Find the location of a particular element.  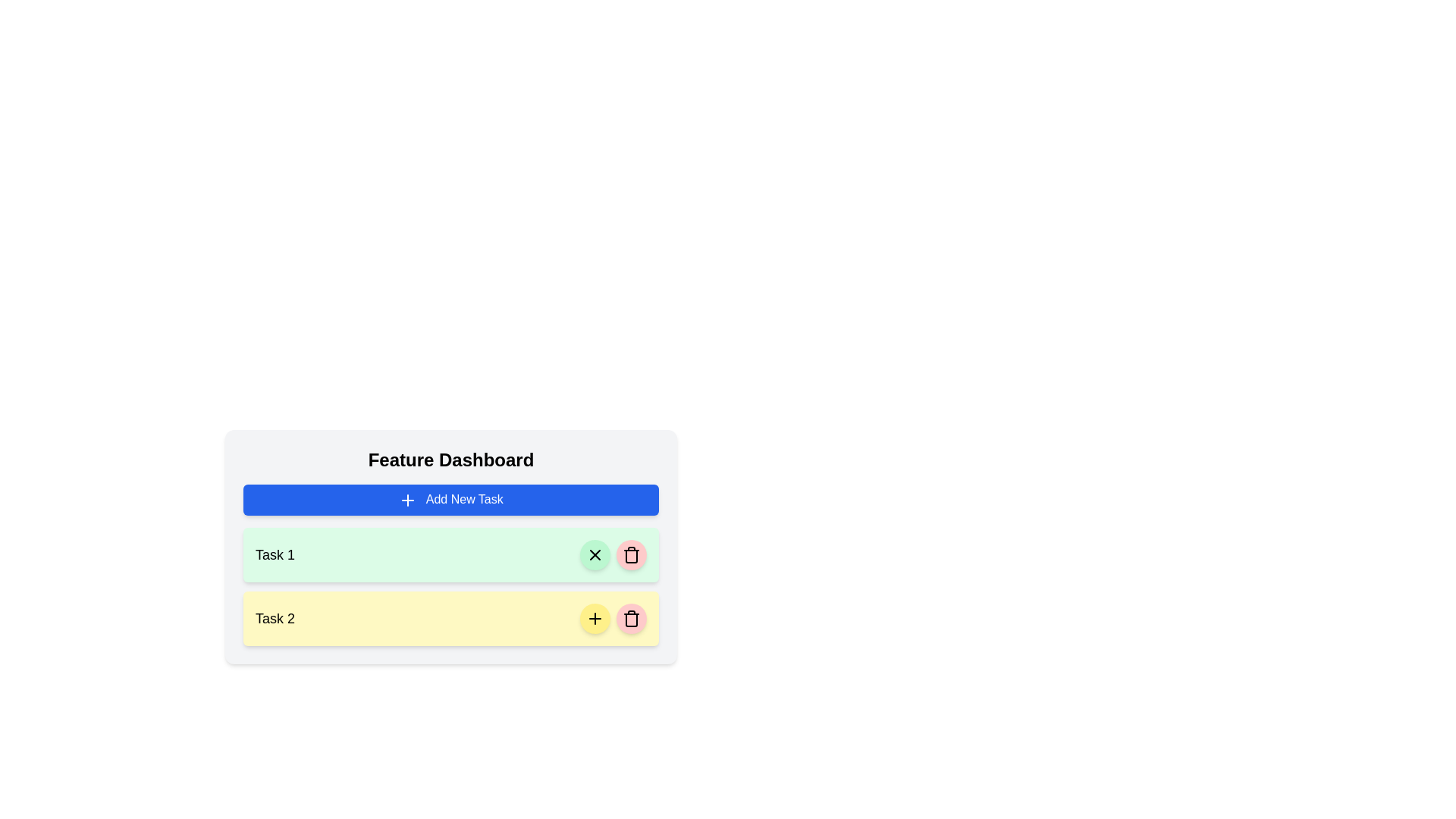

the delete button, which is the second button from the left in the horizontal layout associated with 'Task 1' on the dashboard, to provide additional visual feedback is located at coordinates (632, 554).